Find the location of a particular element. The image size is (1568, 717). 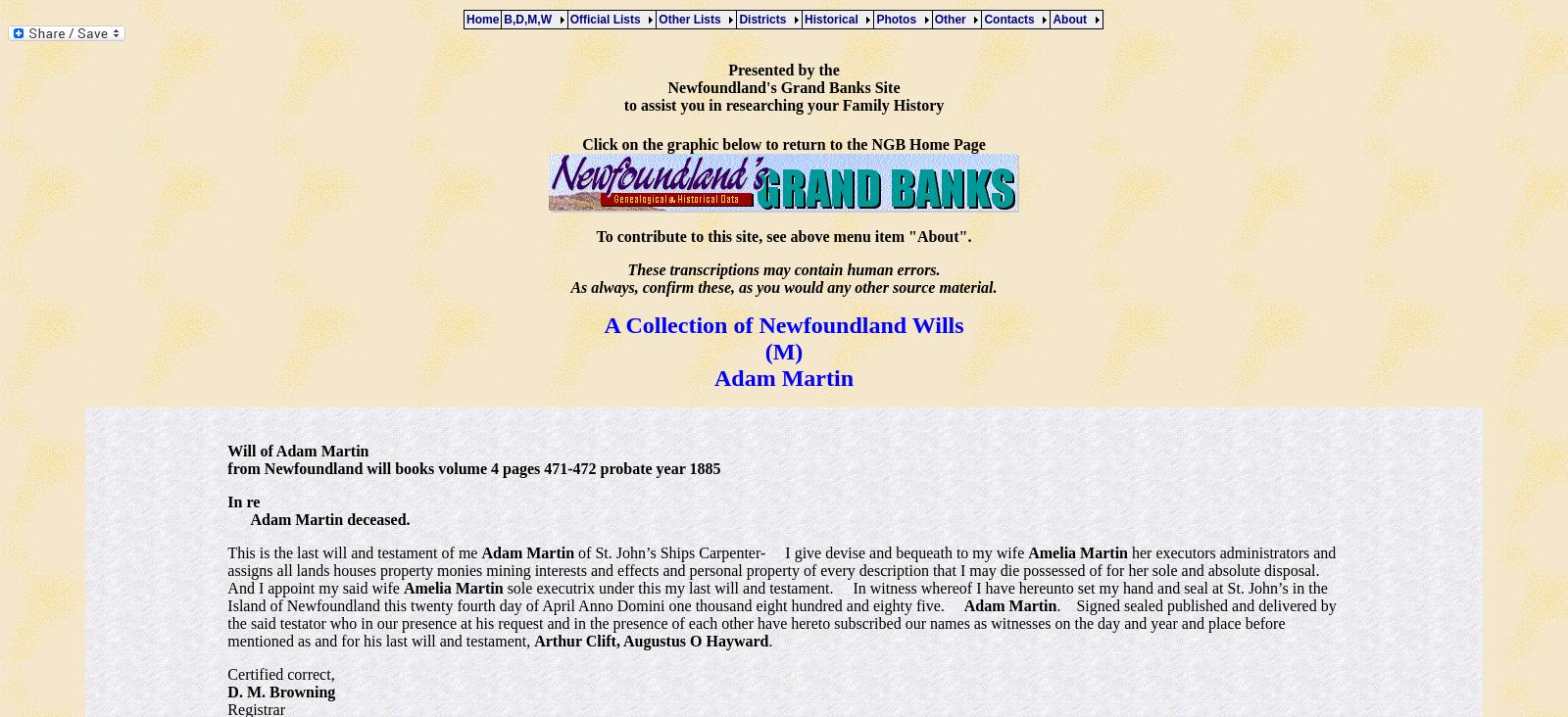

'About' is located at coordinates (1072, 18).